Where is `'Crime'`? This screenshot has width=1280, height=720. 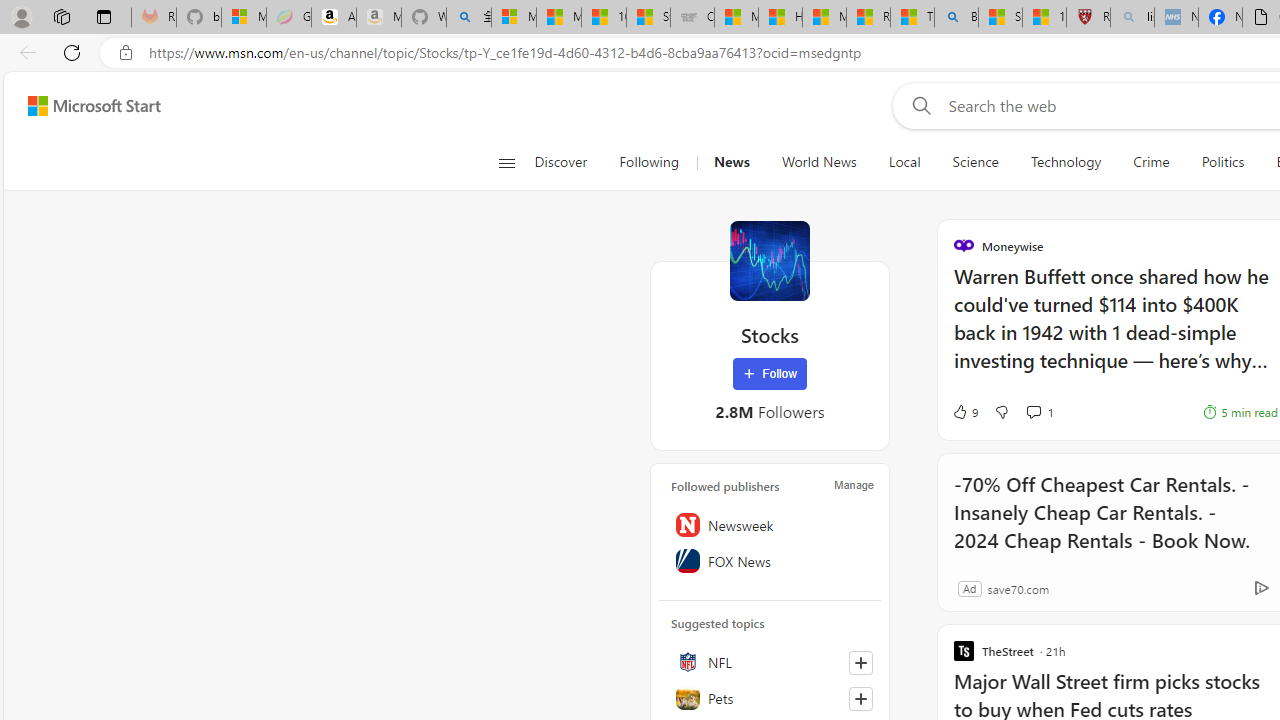 'Crime' is located at coordinates (1151, 162).